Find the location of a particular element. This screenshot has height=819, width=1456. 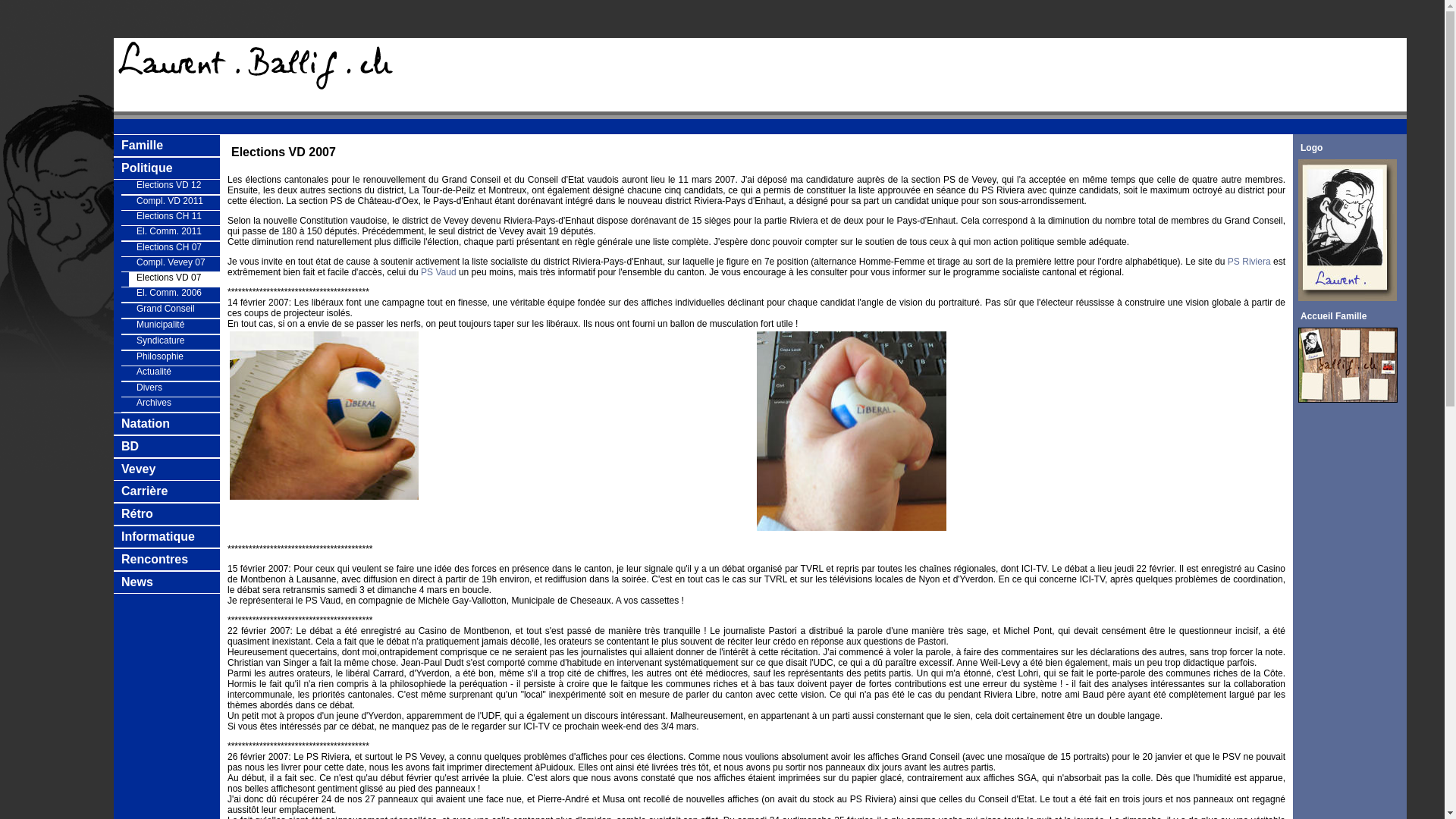

'Syndicature' is located at coordinates (177, 339).